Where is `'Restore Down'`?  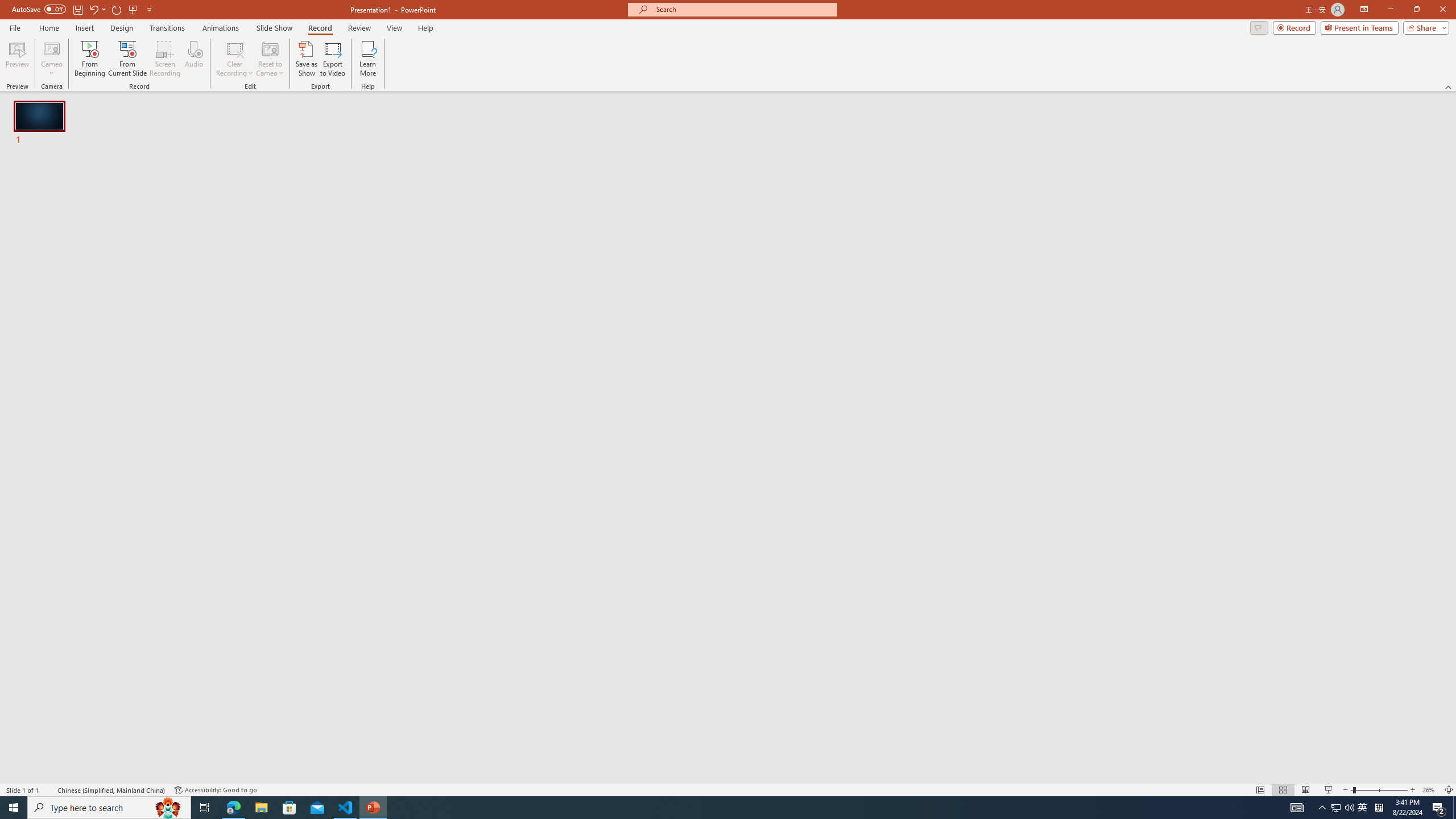 'Restore Down' is located at coordinates (1416, 9).